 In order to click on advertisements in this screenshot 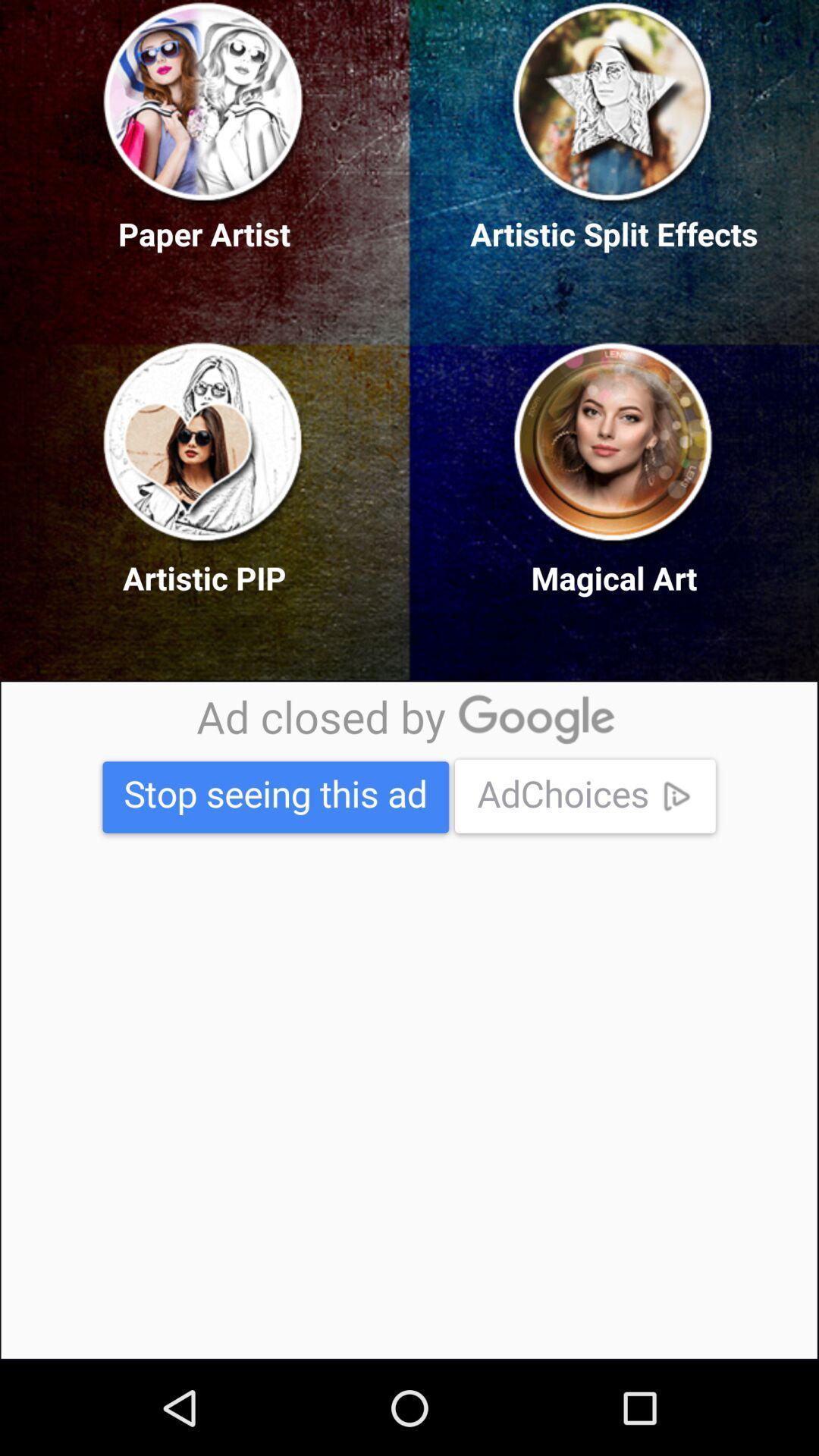, I will do `click(408, 1020)`.